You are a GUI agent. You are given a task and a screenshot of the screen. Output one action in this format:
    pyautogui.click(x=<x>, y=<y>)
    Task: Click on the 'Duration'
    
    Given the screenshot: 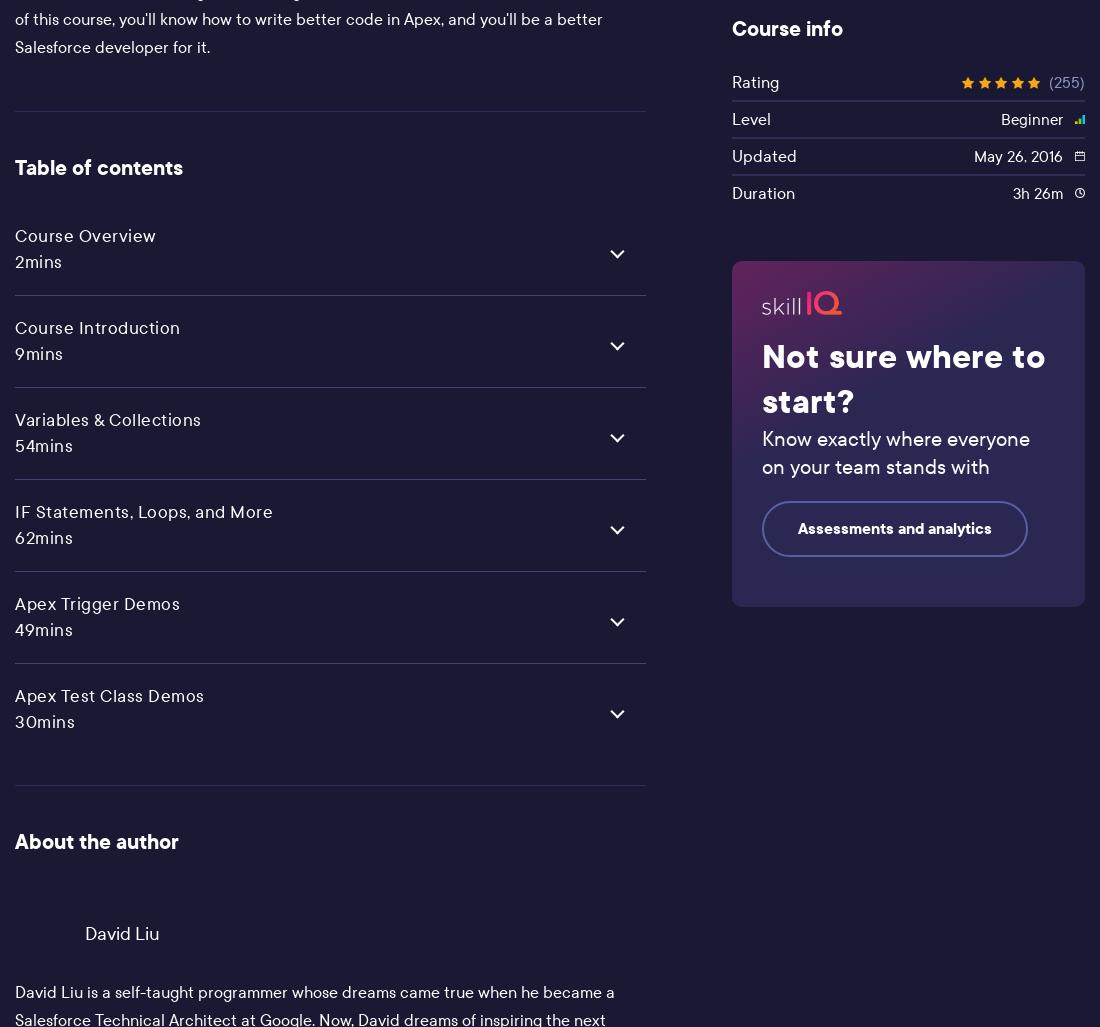 What is the action you would take?
    pyautogui.click(x=762, y=191)
    